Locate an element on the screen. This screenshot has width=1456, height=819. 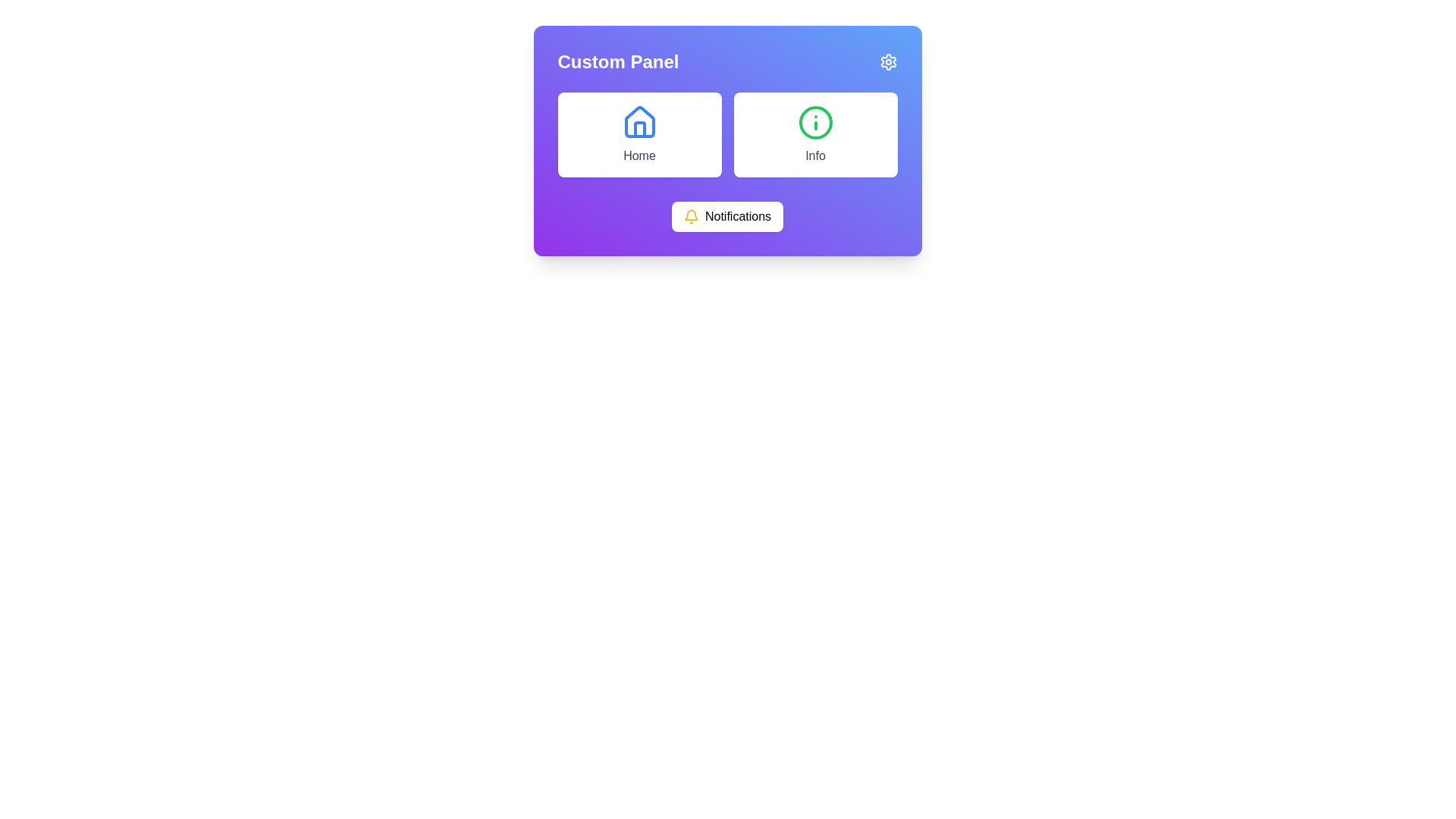
the settings icon button located at the top-right corner of the 'Custom Panel' is located at coordinates (888, 61).